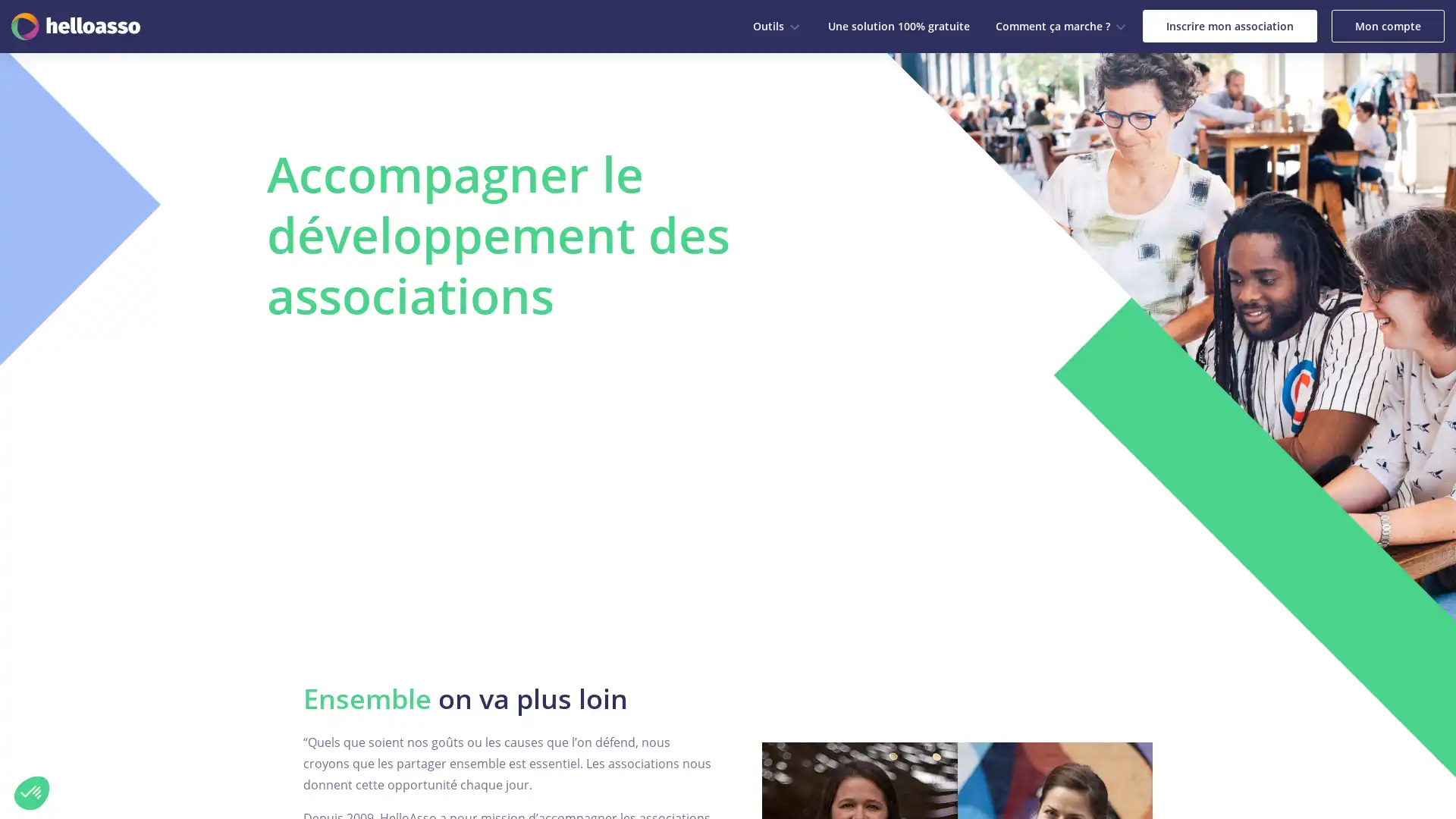 The width and height of the screenshot is (1456, 819). What do you see at coordinates (32, 792) in the screenshot?
I see `Non merci` at bounding box center [32, 792].